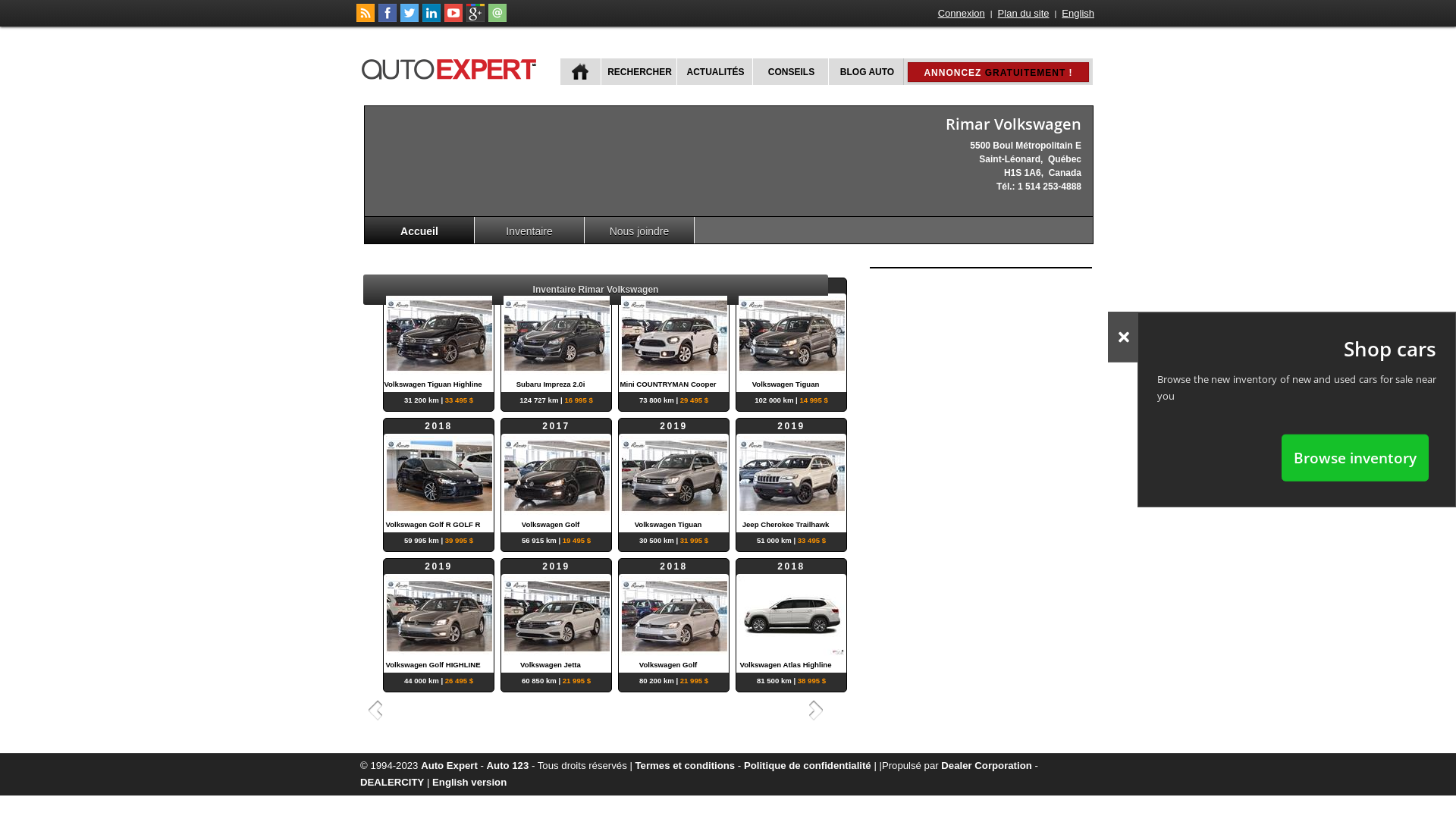  Describe the element at coordinates (448, 765) in the screenshot. I see `'Auto Expert'` at that location.